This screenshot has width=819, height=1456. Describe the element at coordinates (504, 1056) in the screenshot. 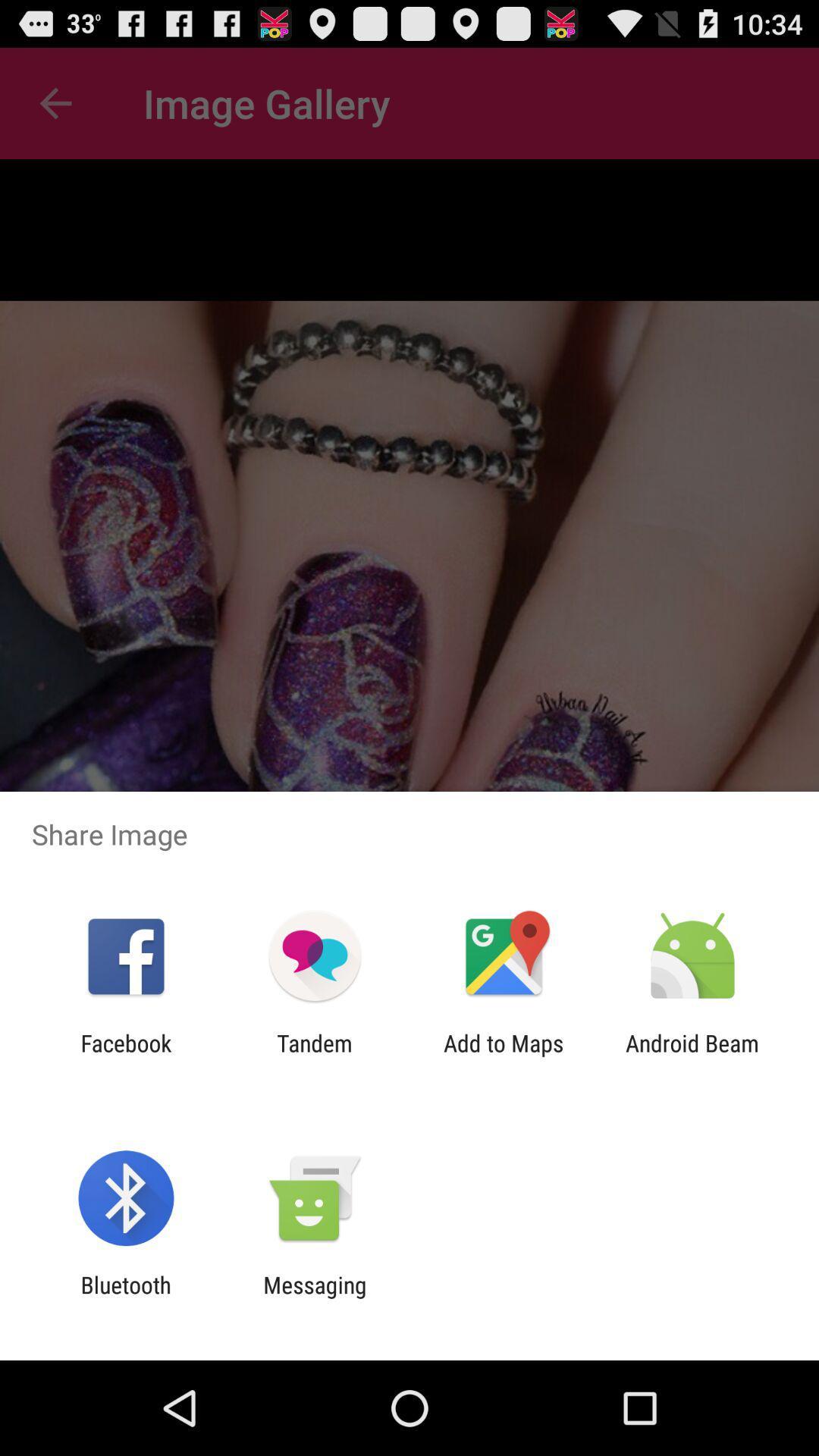

I see `add to maps app` at that location.